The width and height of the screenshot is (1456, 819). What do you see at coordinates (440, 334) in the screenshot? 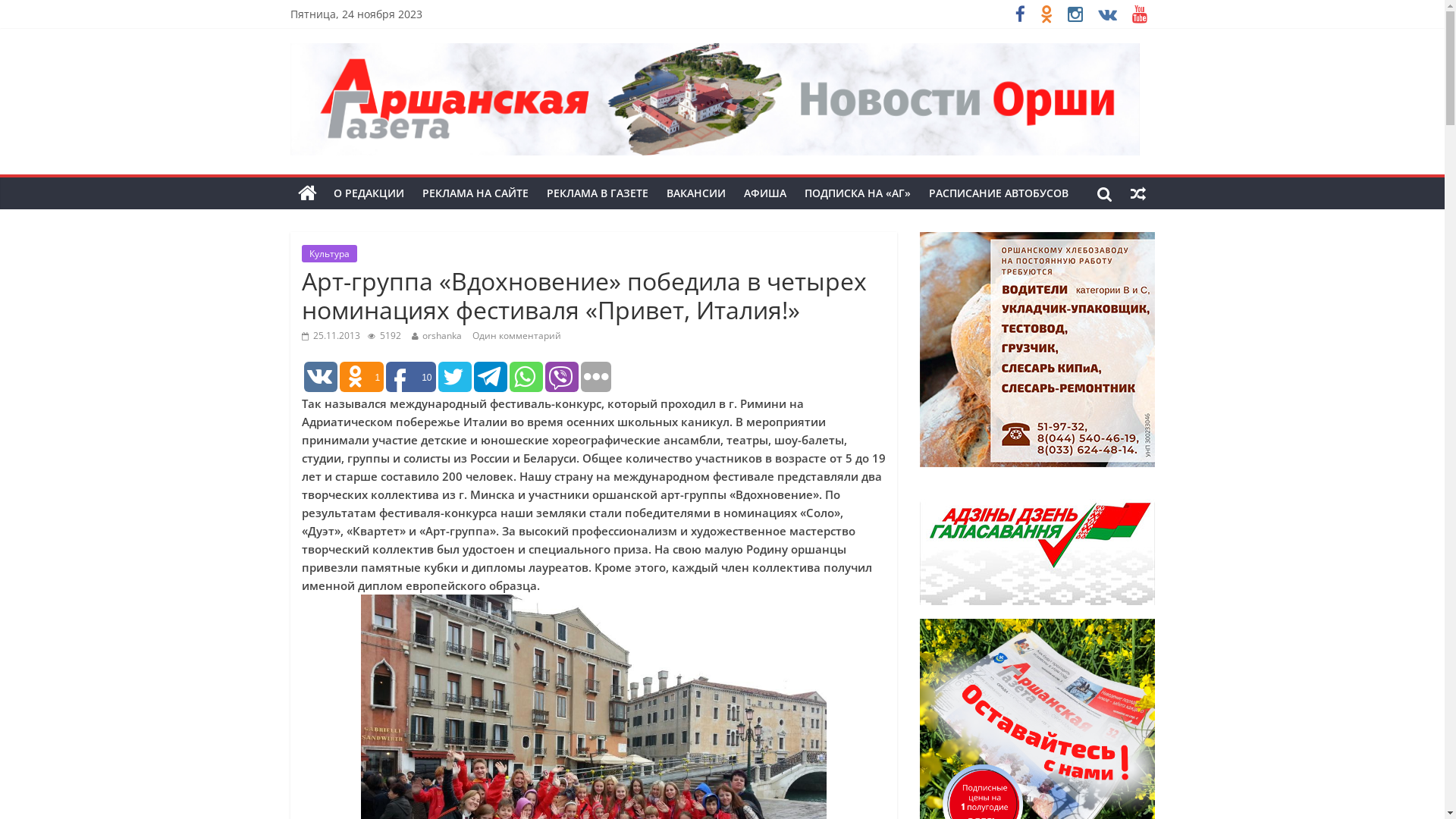
I see `'orshanka'` at bounding box center [440, 334].